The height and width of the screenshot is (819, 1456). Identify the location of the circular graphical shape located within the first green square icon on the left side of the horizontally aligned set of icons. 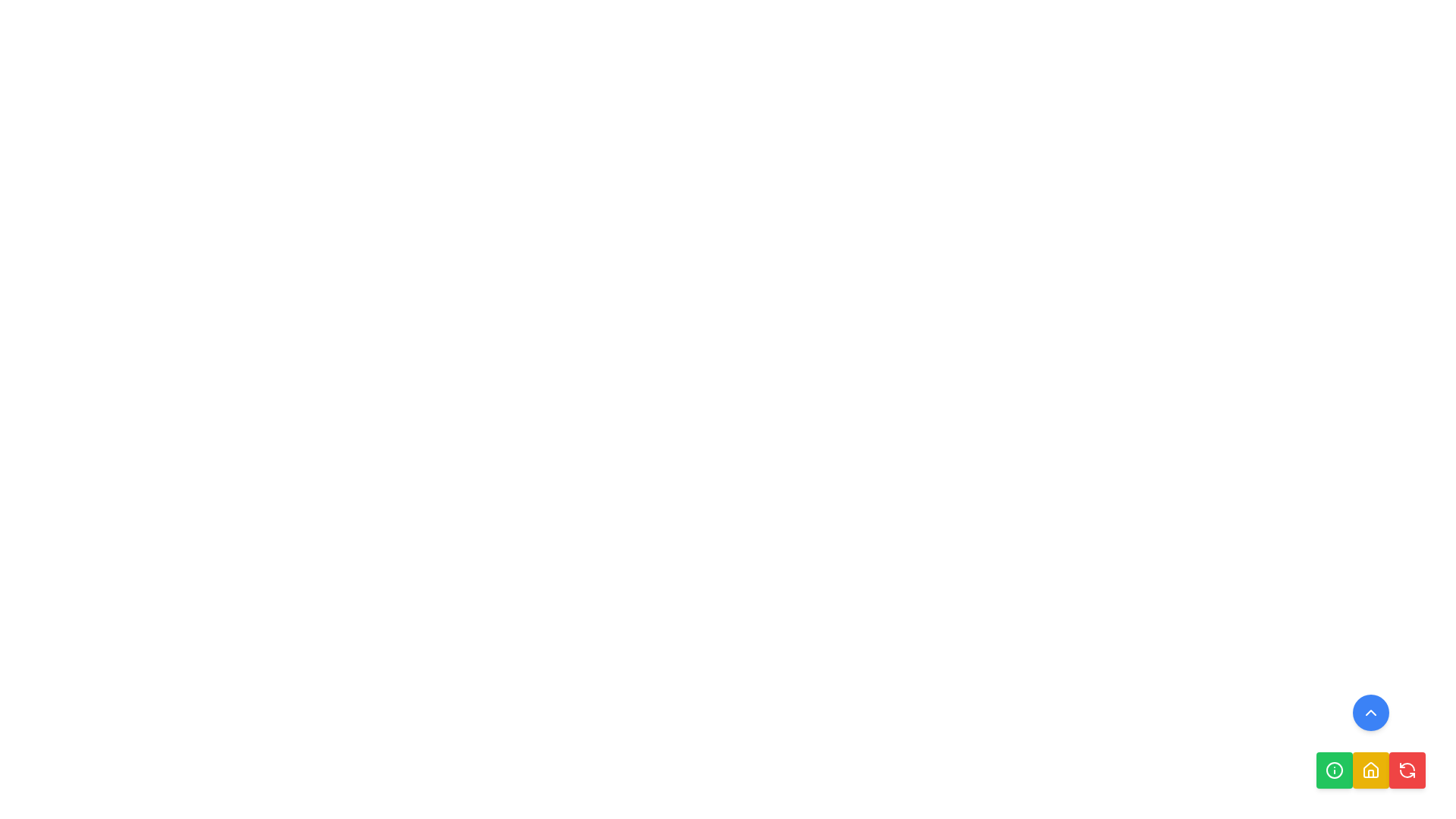
(1335, 770).